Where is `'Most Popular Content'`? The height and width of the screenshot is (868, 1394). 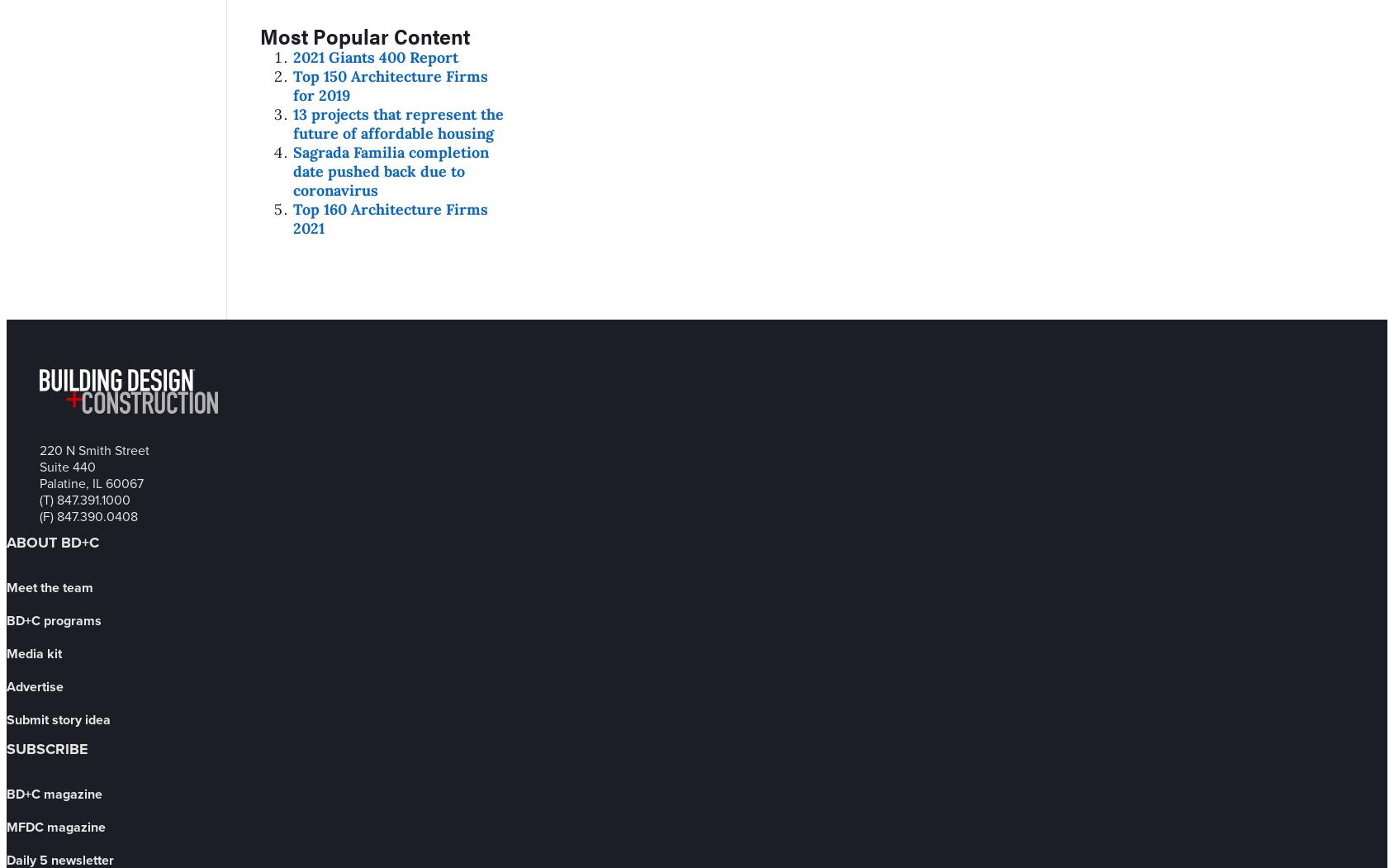
'Most Popular Content' is located at coordinates (363, 34).